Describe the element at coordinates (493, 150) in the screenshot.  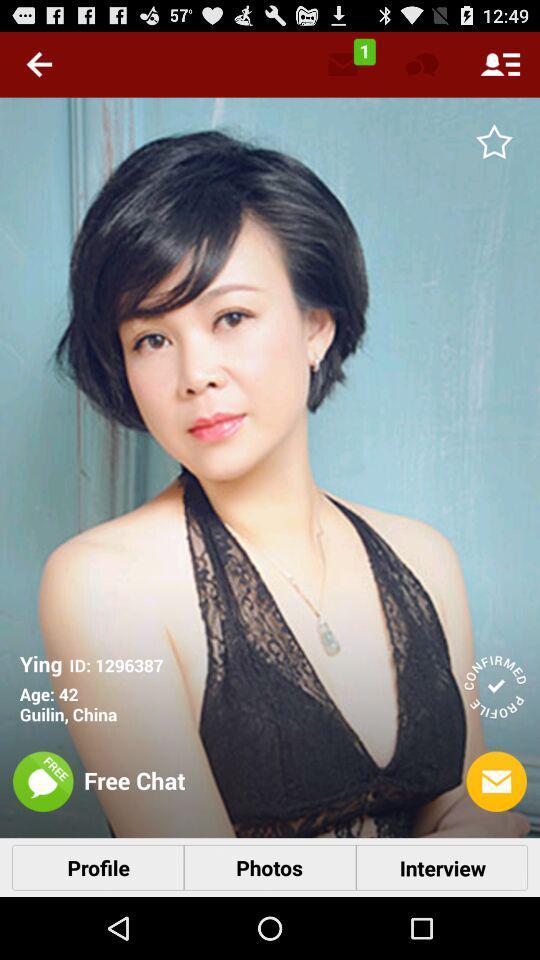
I see `the star icon` at that location.